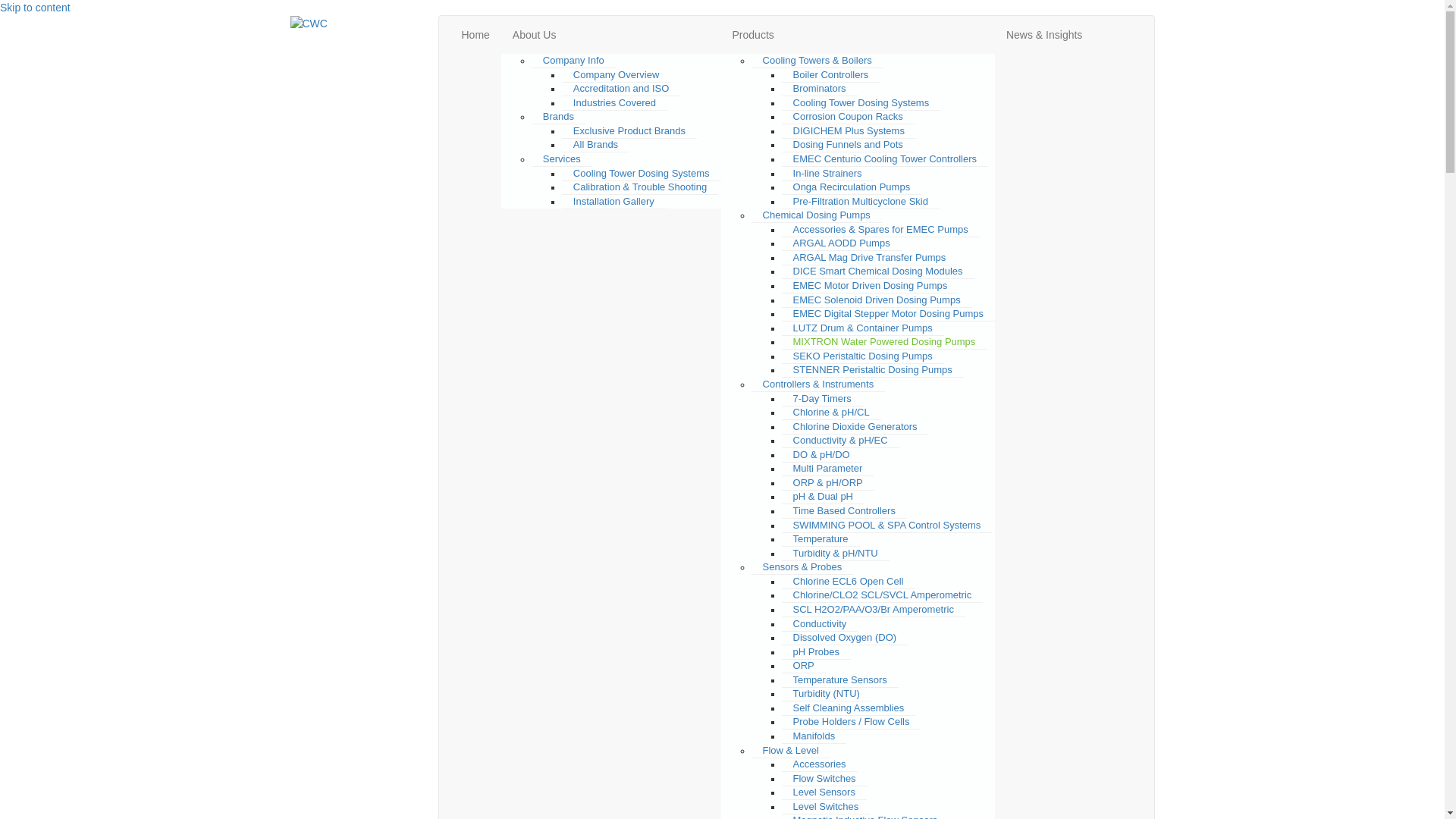 This screenshot has width=1456, height=819. What do you see at coordinates (782, 356) in the screenshot?
I see `'SEKO Peristaltic Dosing Pumps'` at bounding box center [782, 356].